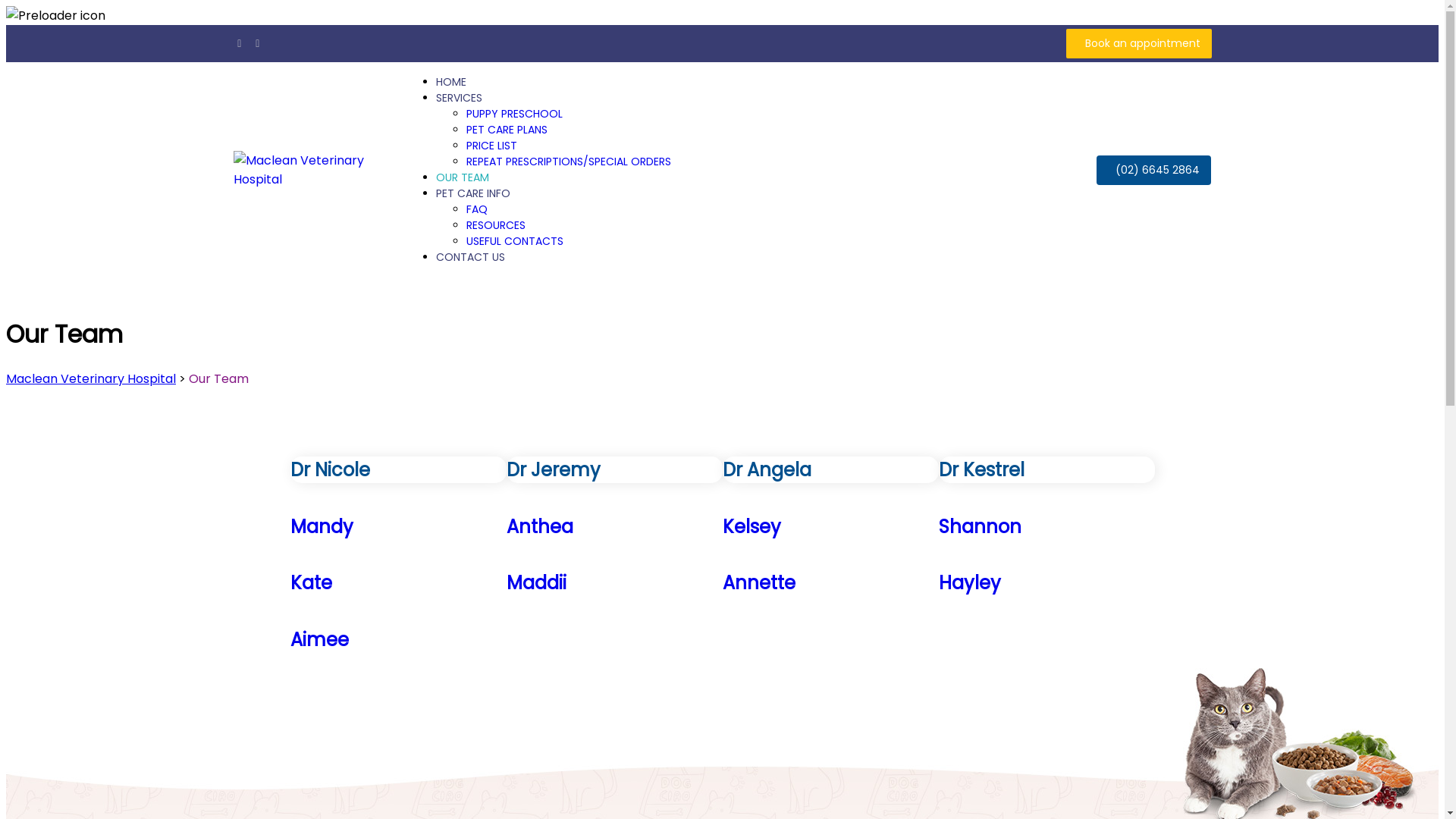  I want to click on 'Dr Kestrel', so click(1046, 469).